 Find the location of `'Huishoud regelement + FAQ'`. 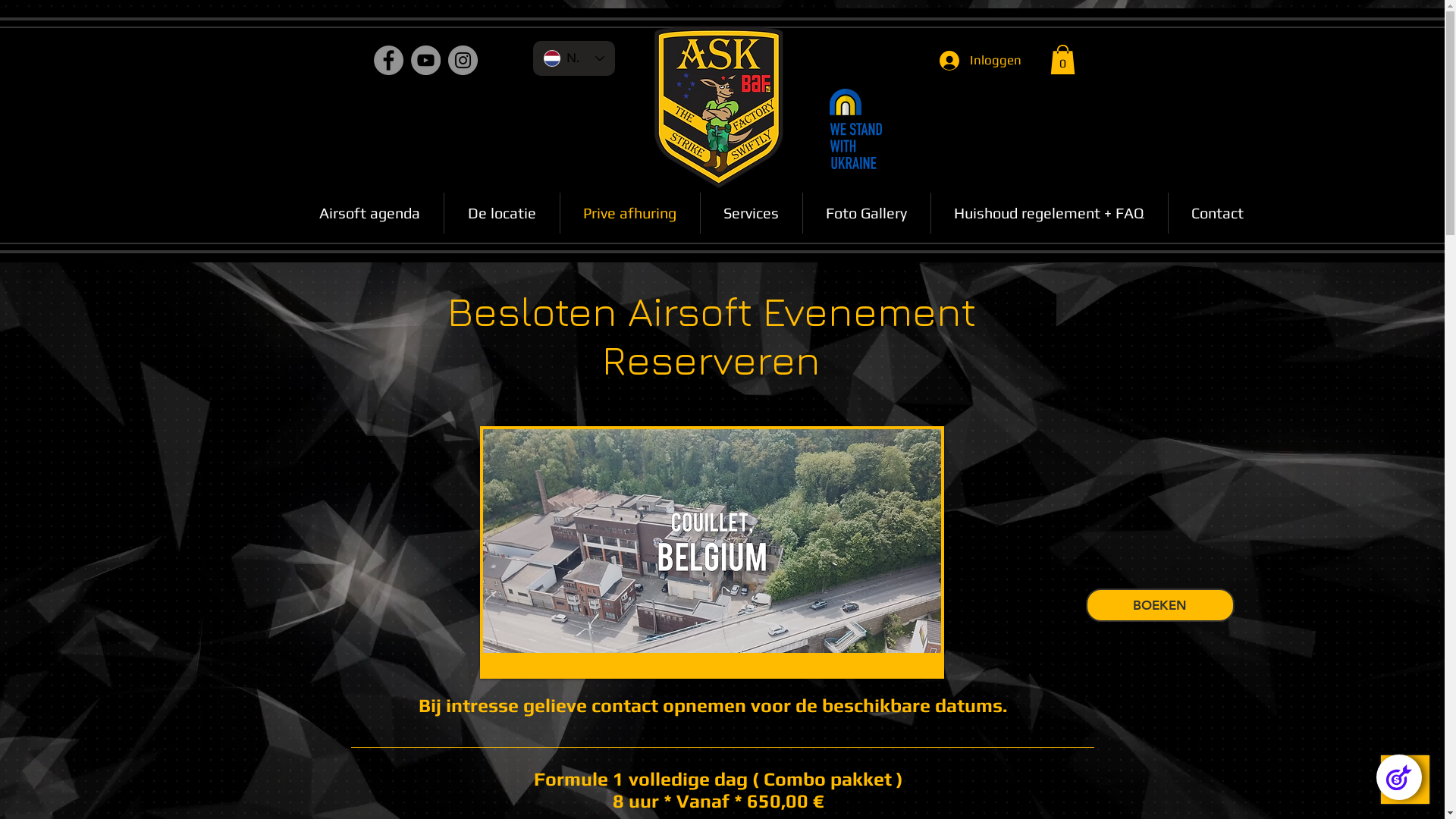

'Huishoud regelement + FAQ' is located at coordinates (1048, 213).